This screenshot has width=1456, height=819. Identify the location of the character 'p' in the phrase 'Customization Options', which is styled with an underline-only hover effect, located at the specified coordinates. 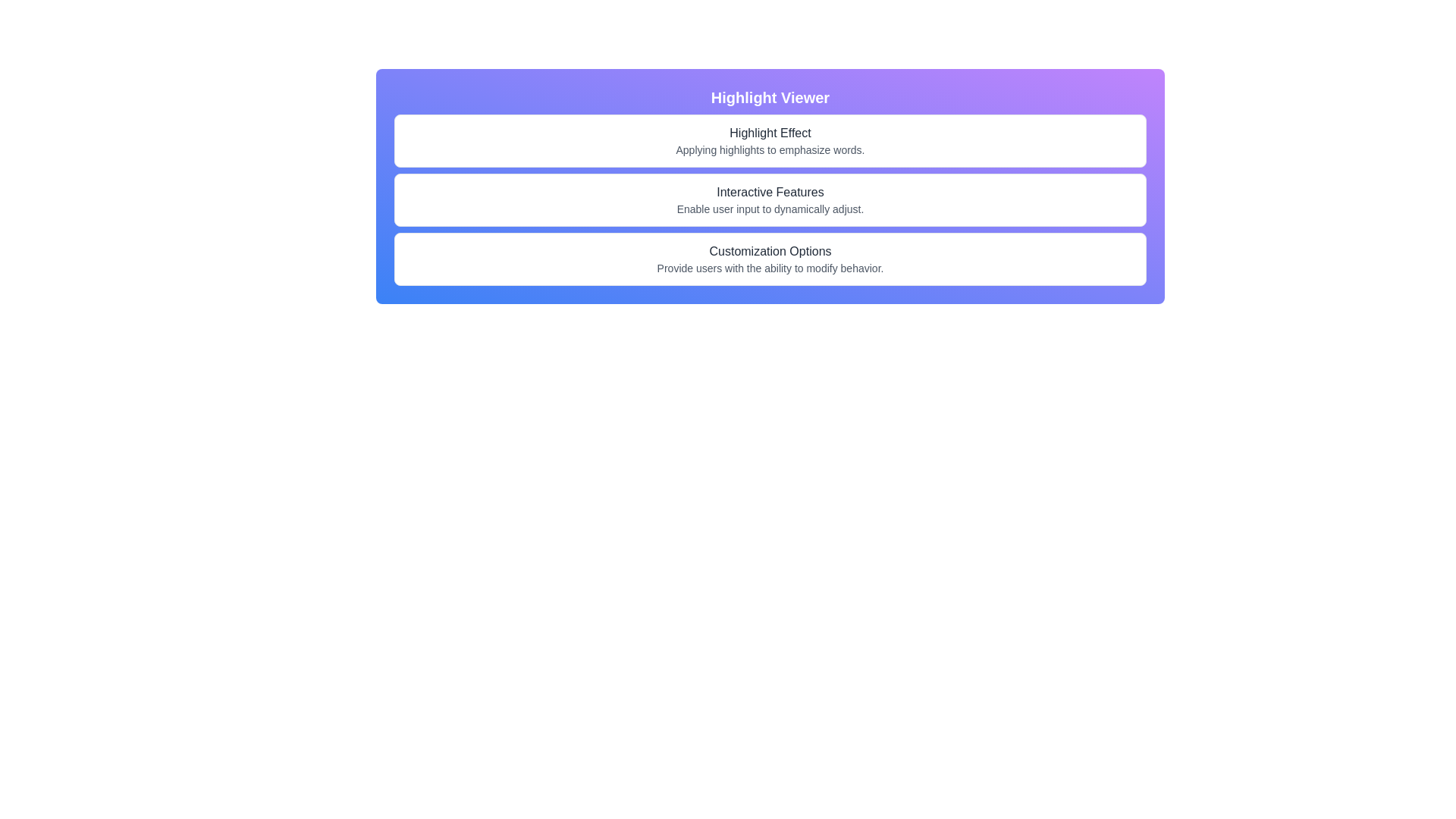
(802, 250).